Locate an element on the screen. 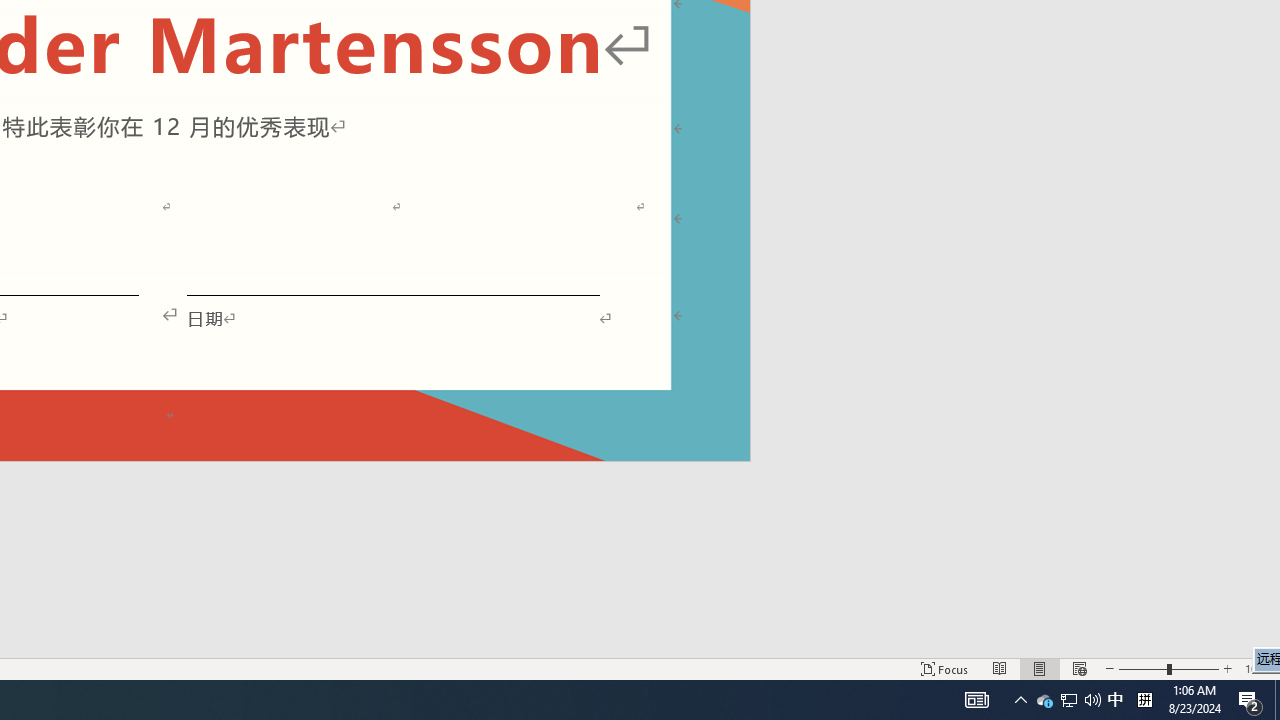 The image size is (1280, 720). 'Focus ' is located at coordinates (943, 669).